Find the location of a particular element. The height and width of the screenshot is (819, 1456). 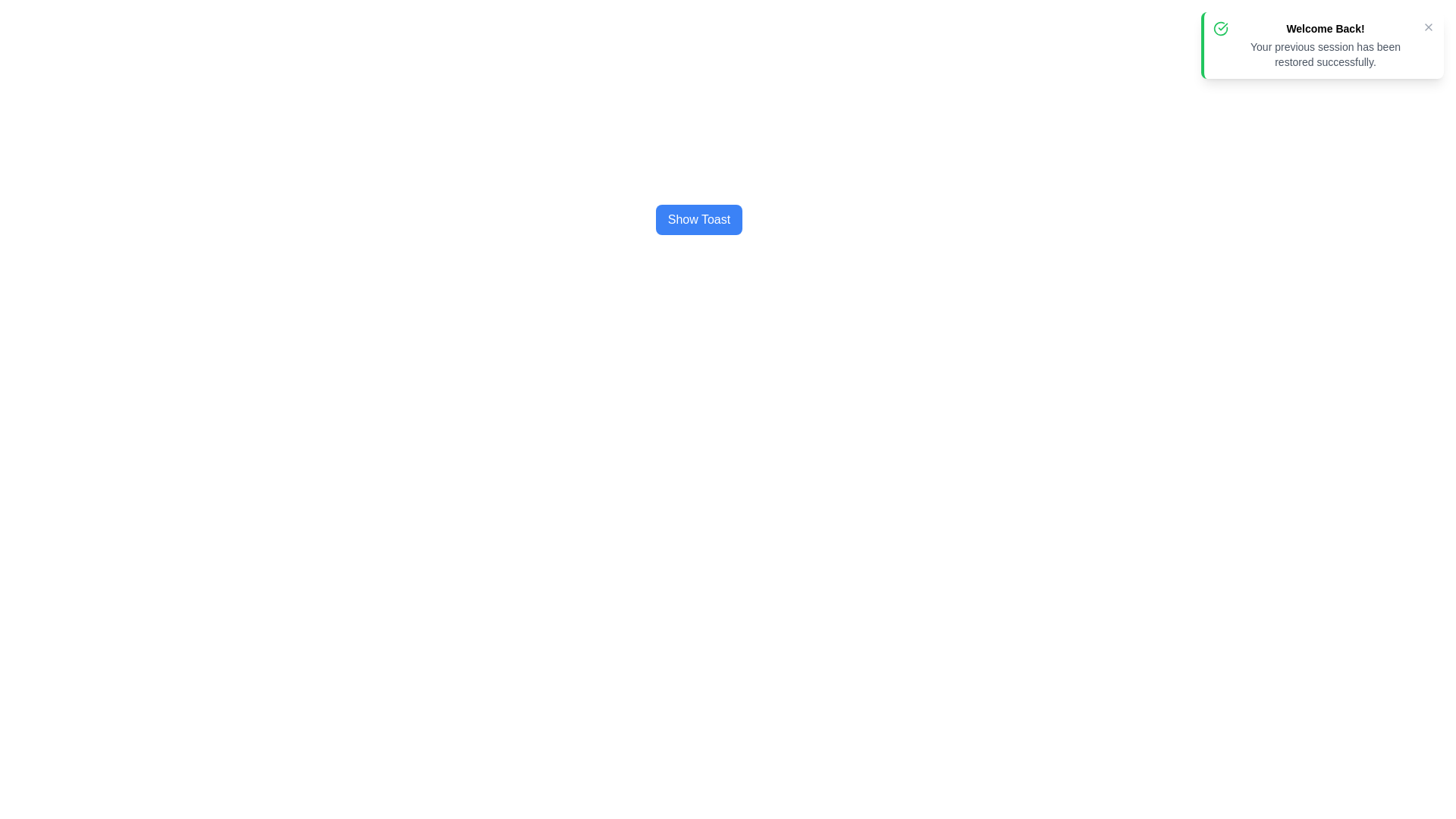

text content of the notification card located at the top-right corner of the interface, which includes the bold text 'Welcome Back!' and the lighter text 'Your previous session has been restored successfully.' is located at coordinates (1324, 45).